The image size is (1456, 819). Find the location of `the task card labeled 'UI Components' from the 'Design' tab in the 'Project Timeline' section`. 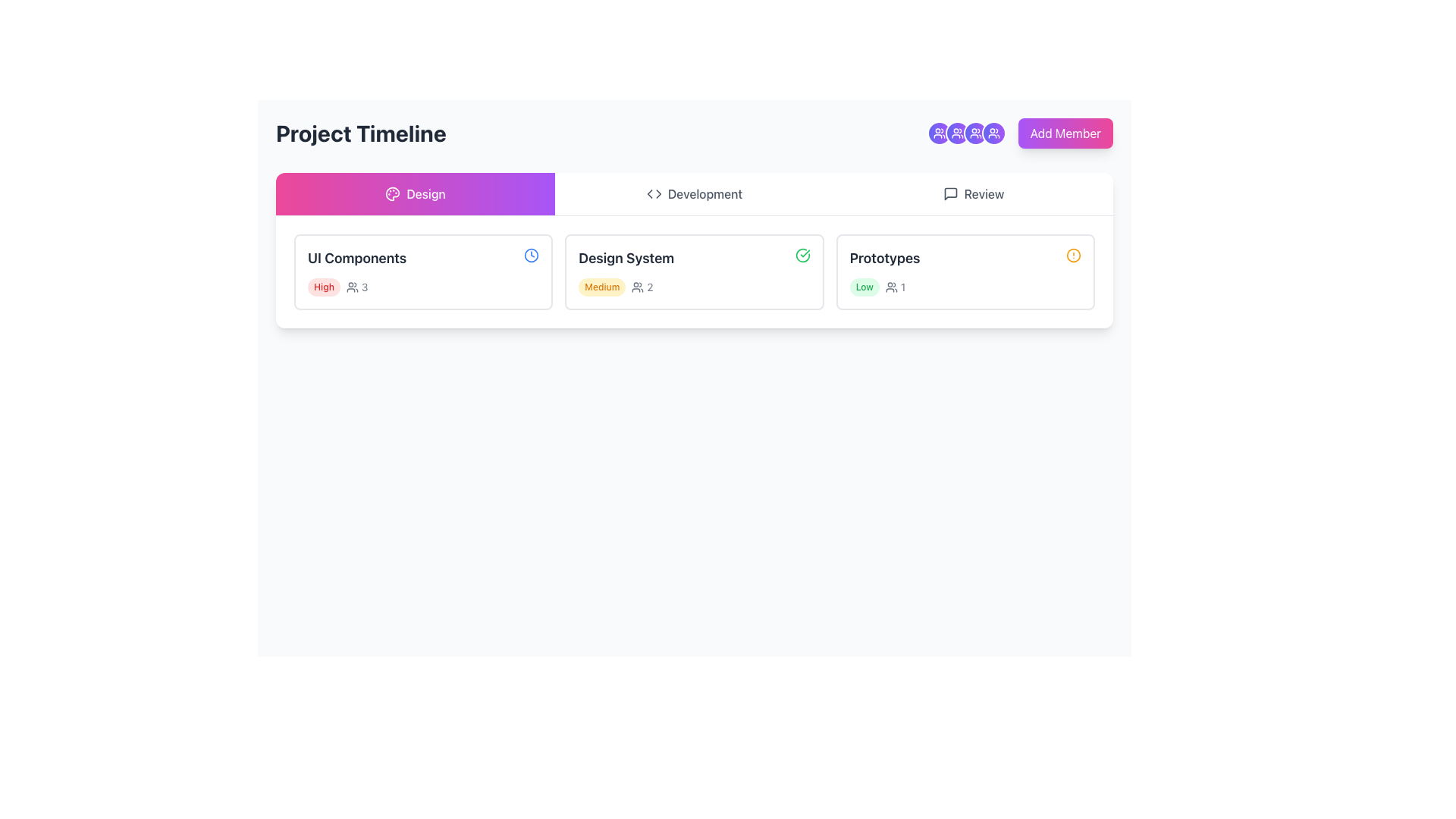

the task card labeled 'UI Components' from the 'Design' tab in the 'Project Timeline' section is located at coordinates (423, 271).